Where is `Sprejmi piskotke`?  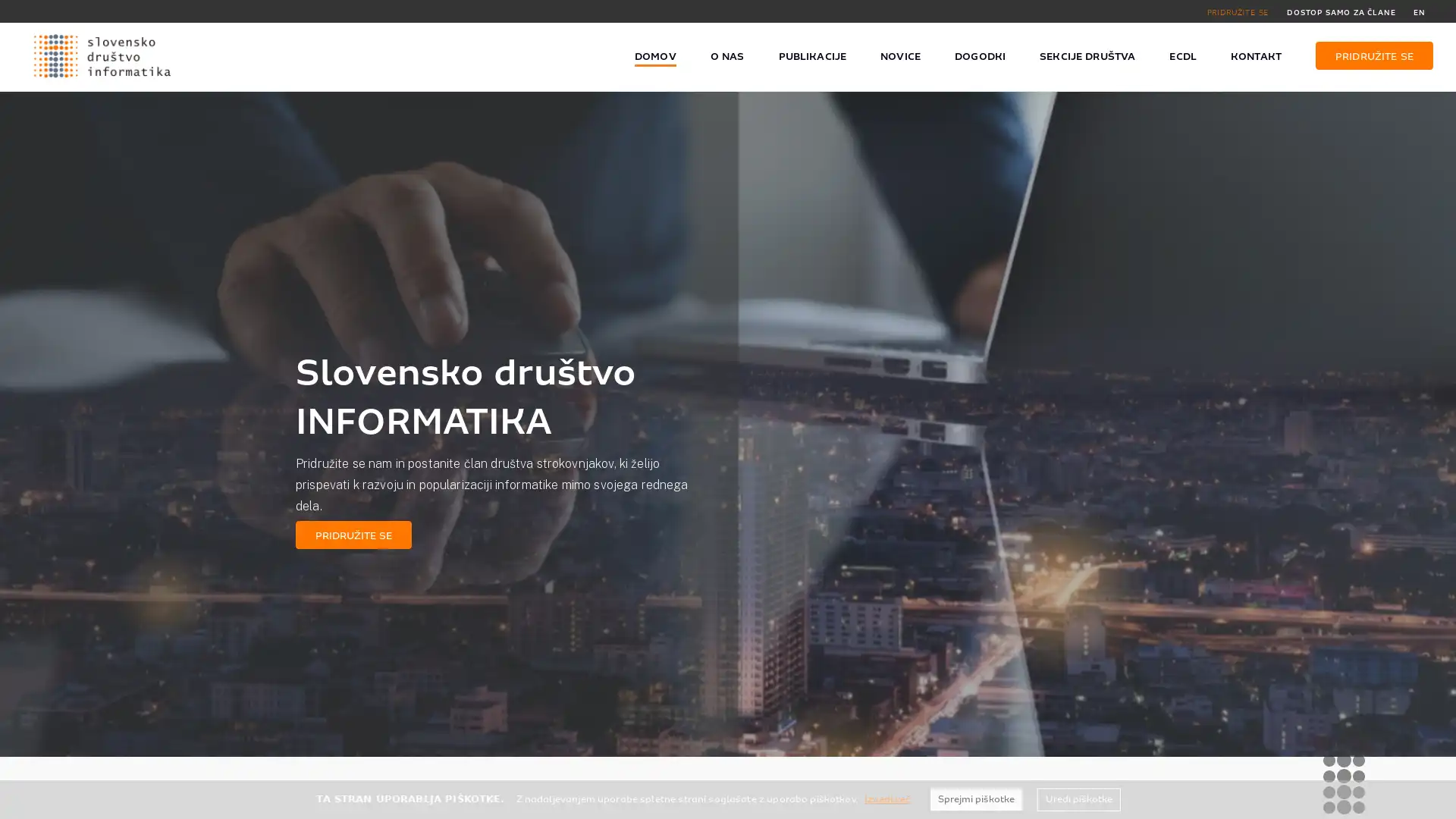 Sprejmi piskotke is located at coordinates (975, 799).